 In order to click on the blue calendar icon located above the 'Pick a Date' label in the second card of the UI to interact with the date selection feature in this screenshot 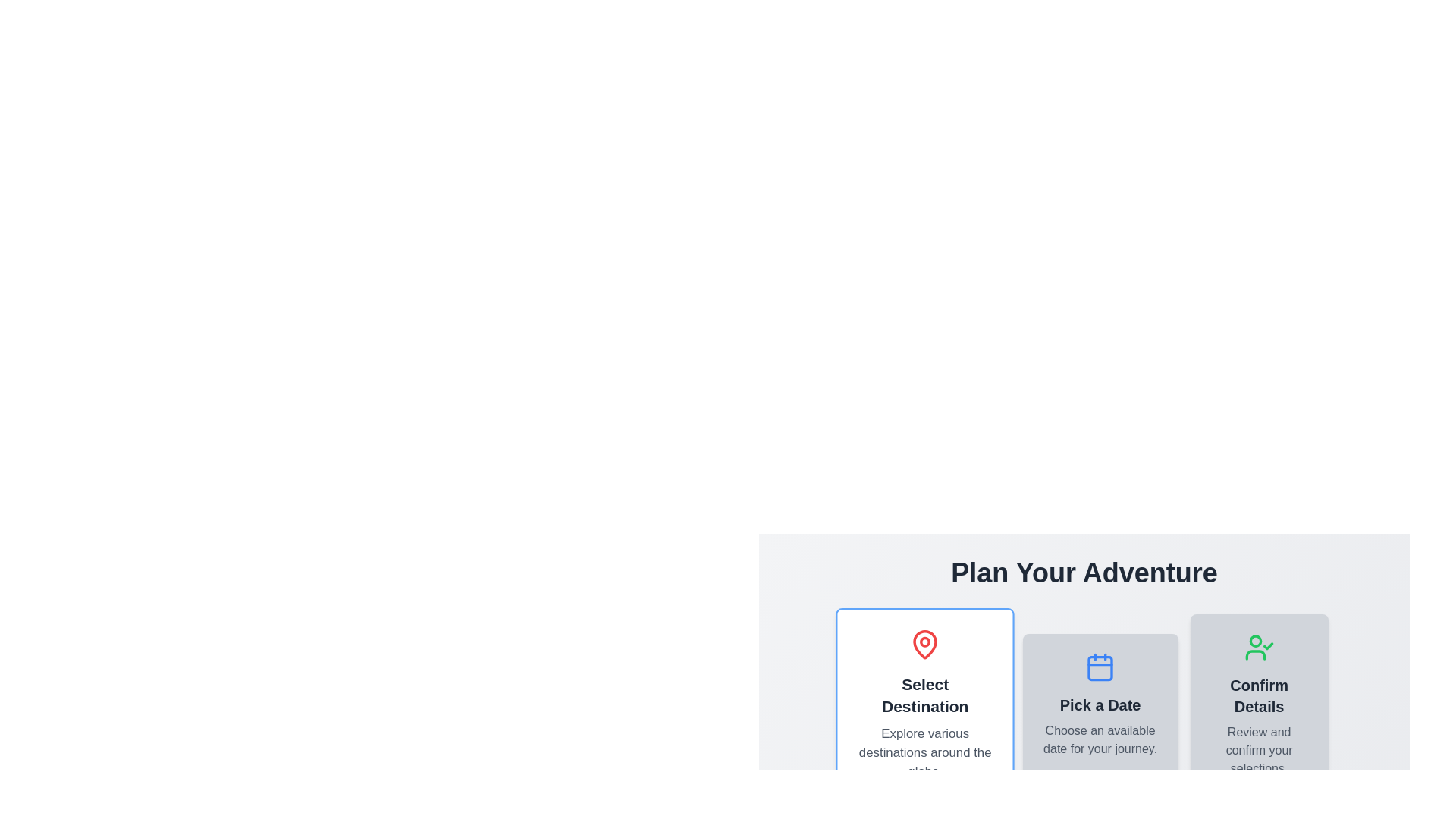, I will do `click(1100, 666)`.